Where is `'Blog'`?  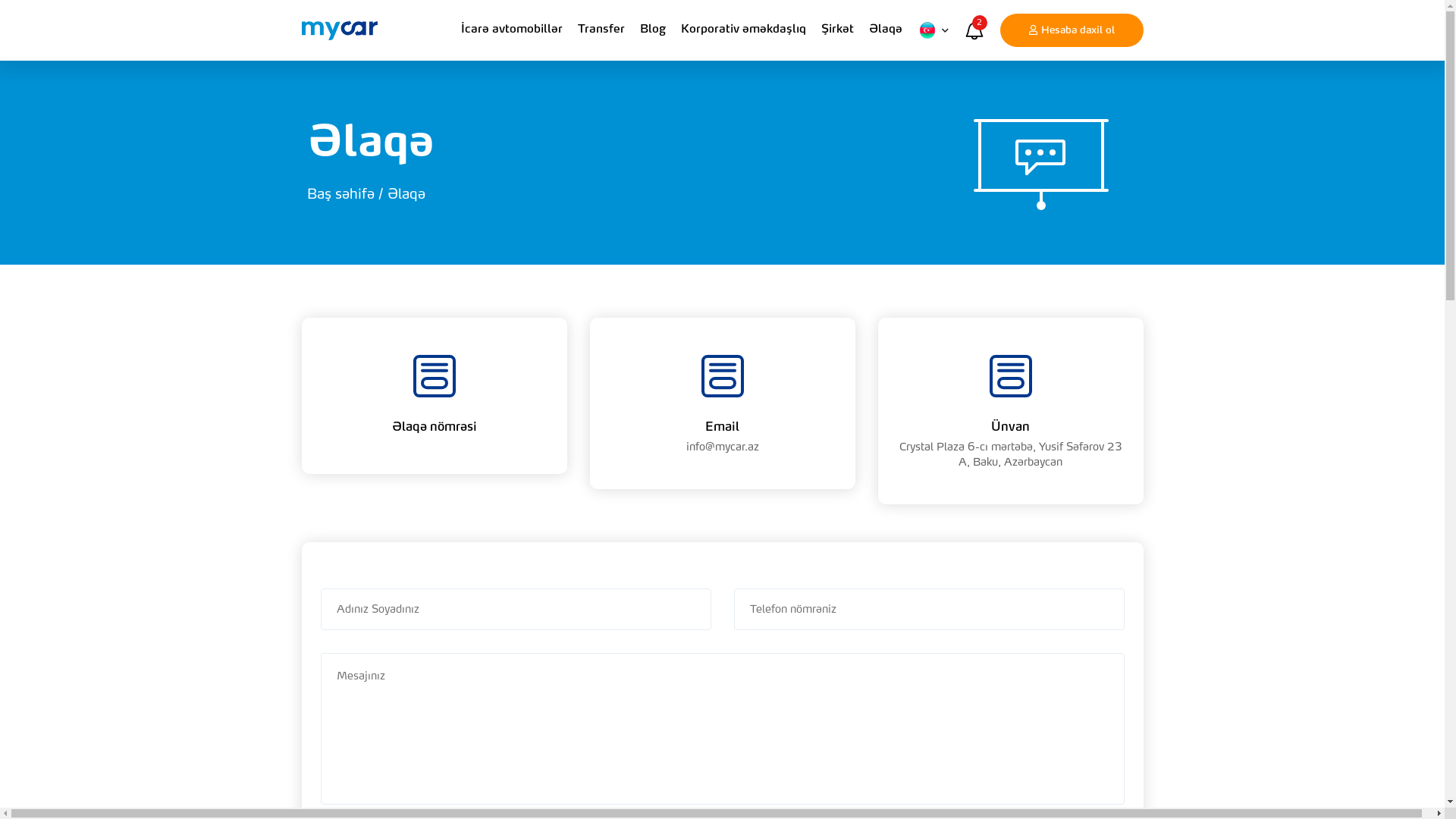 'Blog' is located at coordinates (652, 30).